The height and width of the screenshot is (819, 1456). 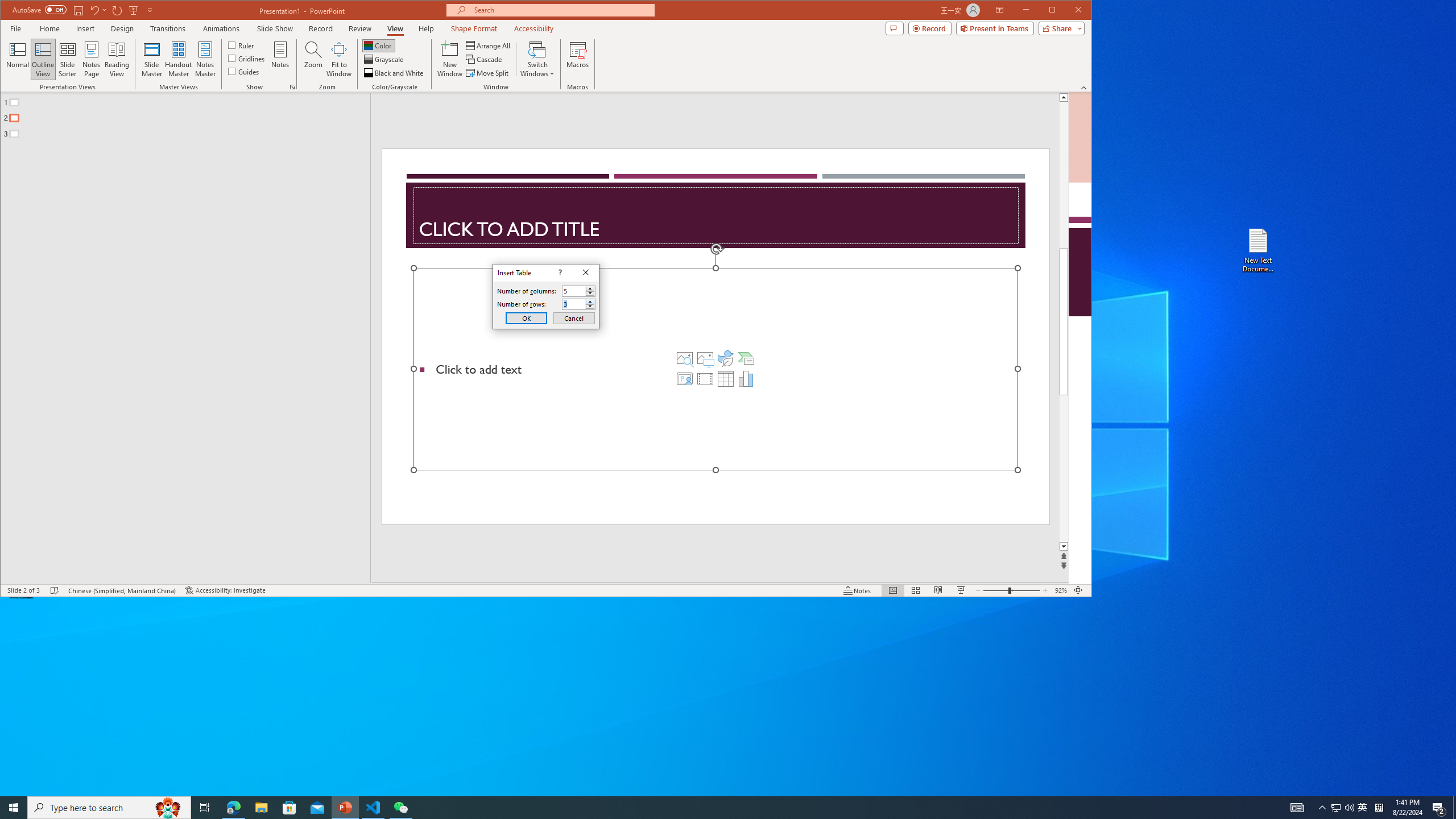 I want to click on 'Insert Video', so click(x=705, y=379).